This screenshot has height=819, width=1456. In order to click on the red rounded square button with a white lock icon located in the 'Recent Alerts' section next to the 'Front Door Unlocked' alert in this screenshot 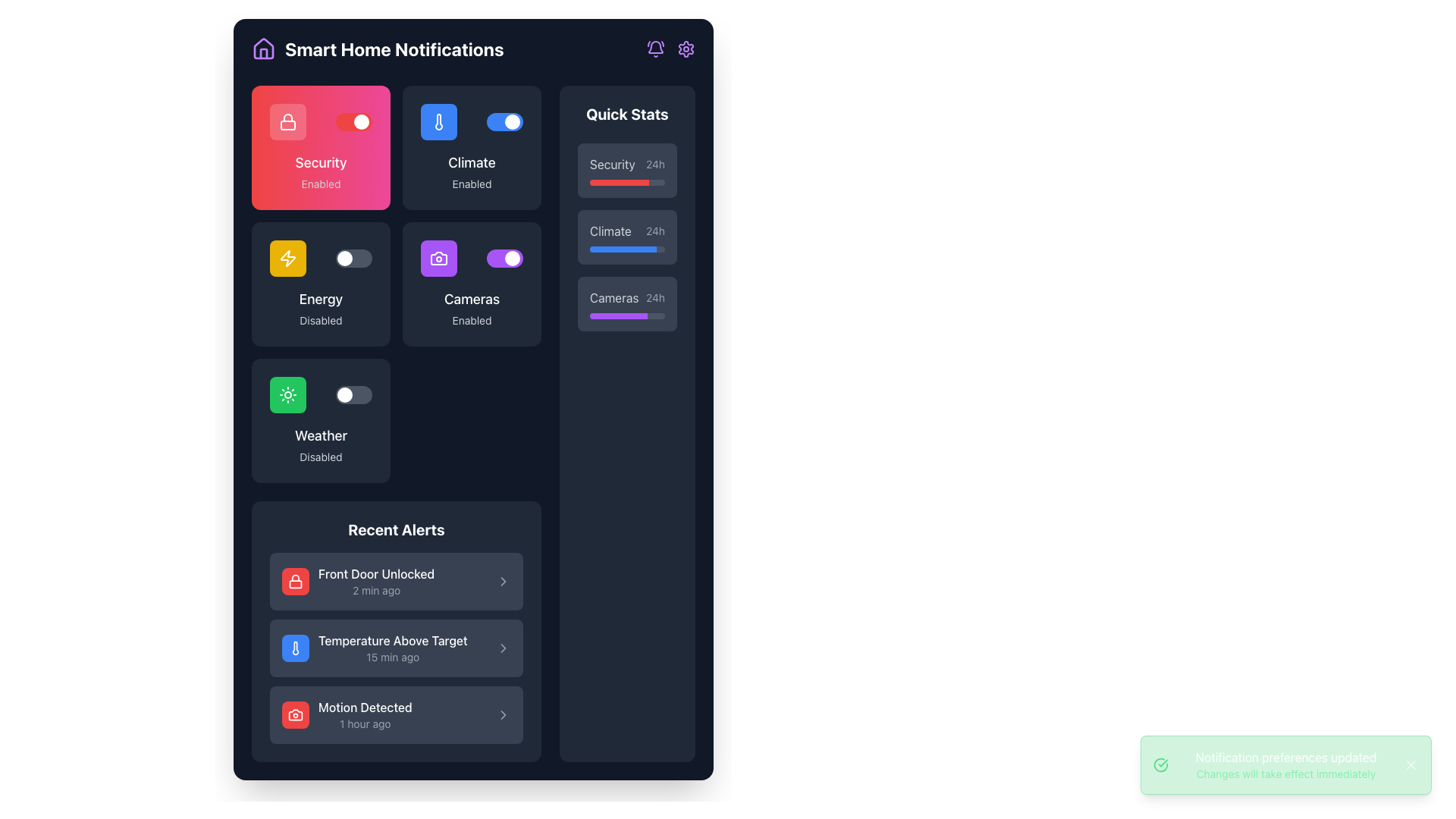, I will do `click(295, 581)`.